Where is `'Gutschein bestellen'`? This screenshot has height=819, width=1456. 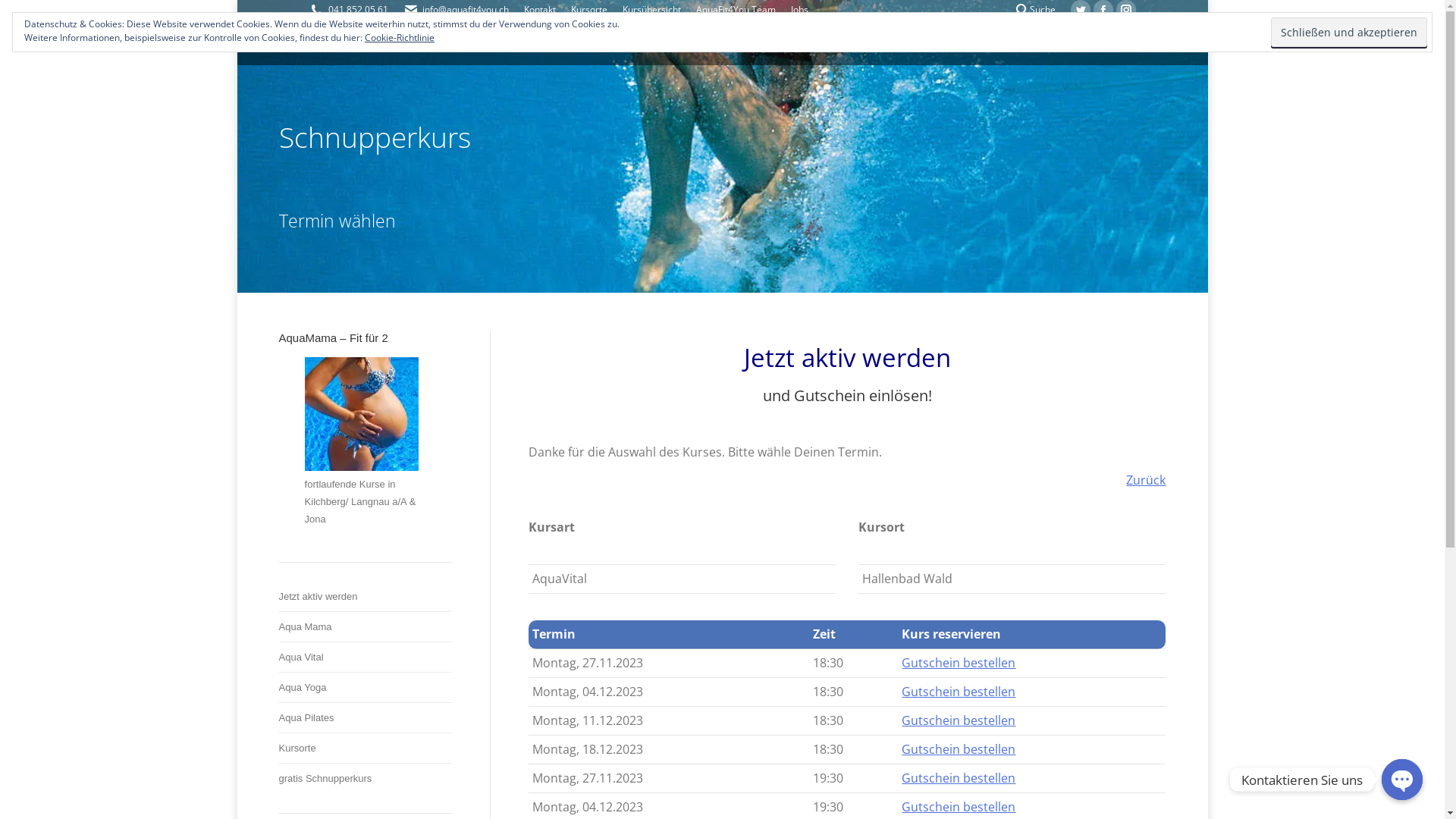 'Gutschein bestellen' is located at coordinates (957, 719).